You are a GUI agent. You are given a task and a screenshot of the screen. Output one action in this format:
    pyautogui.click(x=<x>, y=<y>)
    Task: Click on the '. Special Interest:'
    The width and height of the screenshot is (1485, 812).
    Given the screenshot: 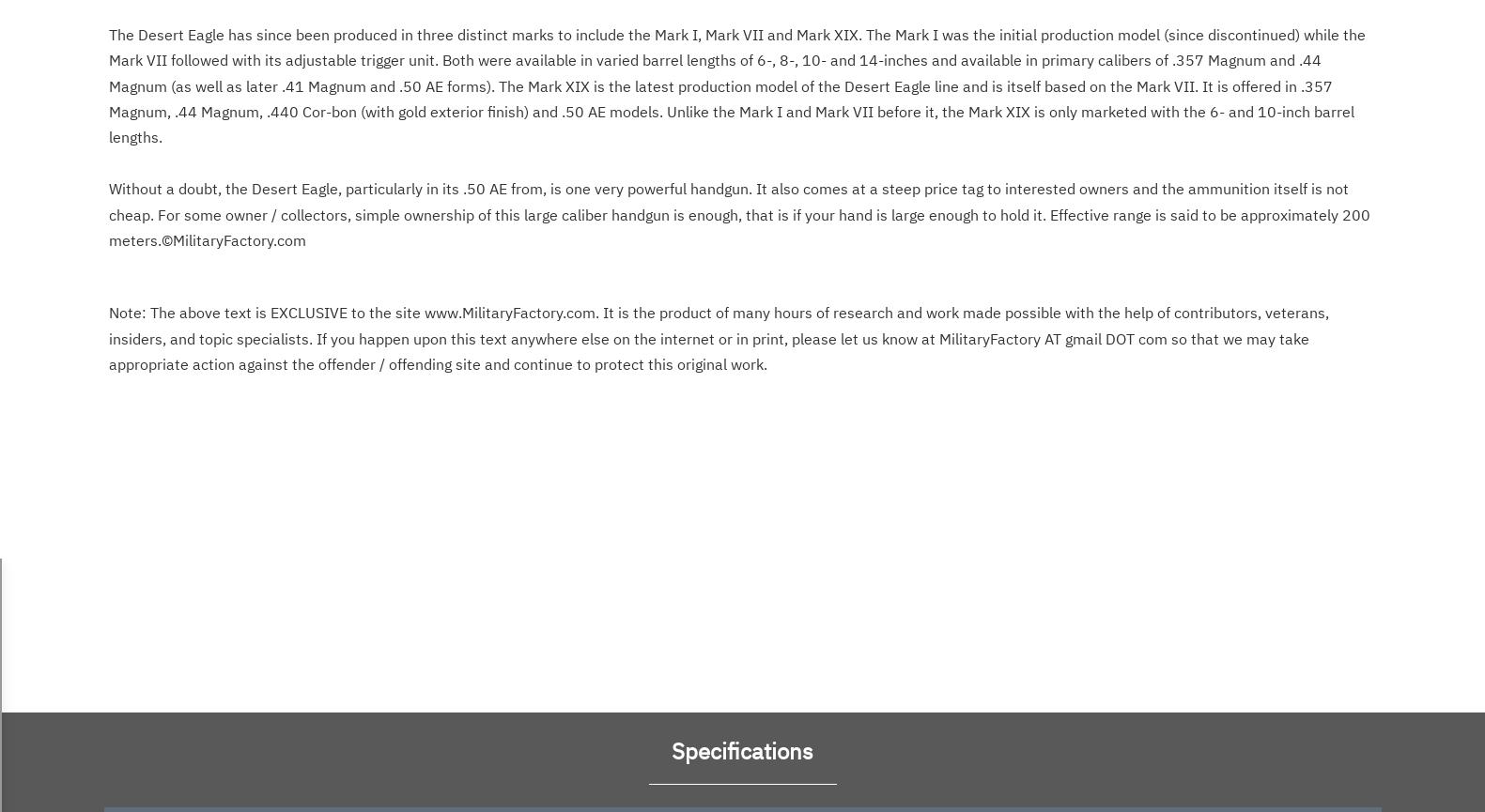 What is the action you would take?
    pyautogui.click(x=868, y=169)
    